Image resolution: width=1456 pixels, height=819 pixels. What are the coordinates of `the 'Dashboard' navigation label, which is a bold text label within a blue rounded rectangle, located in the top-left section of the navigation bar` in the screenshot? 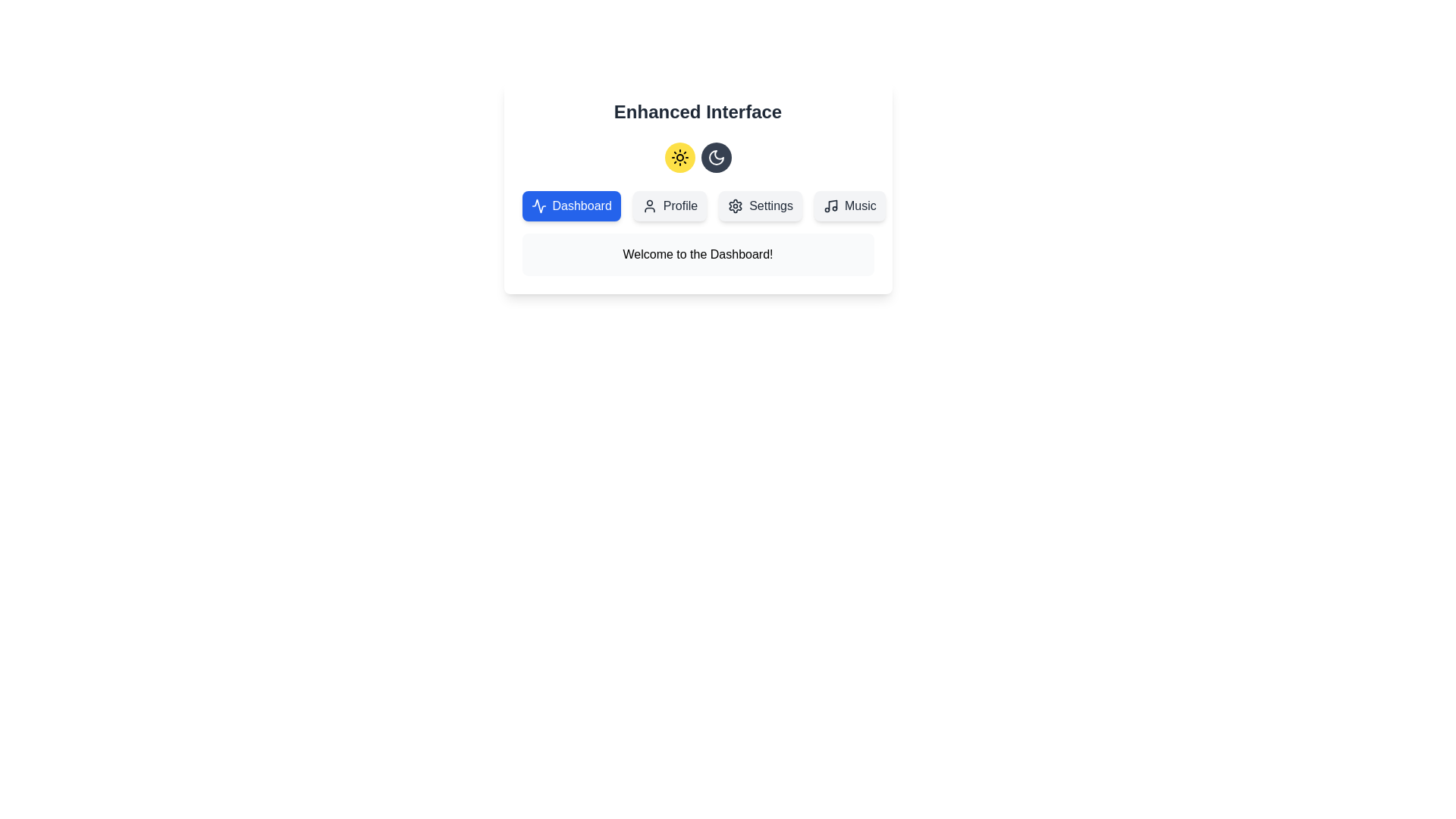 It's located at (581, 206).